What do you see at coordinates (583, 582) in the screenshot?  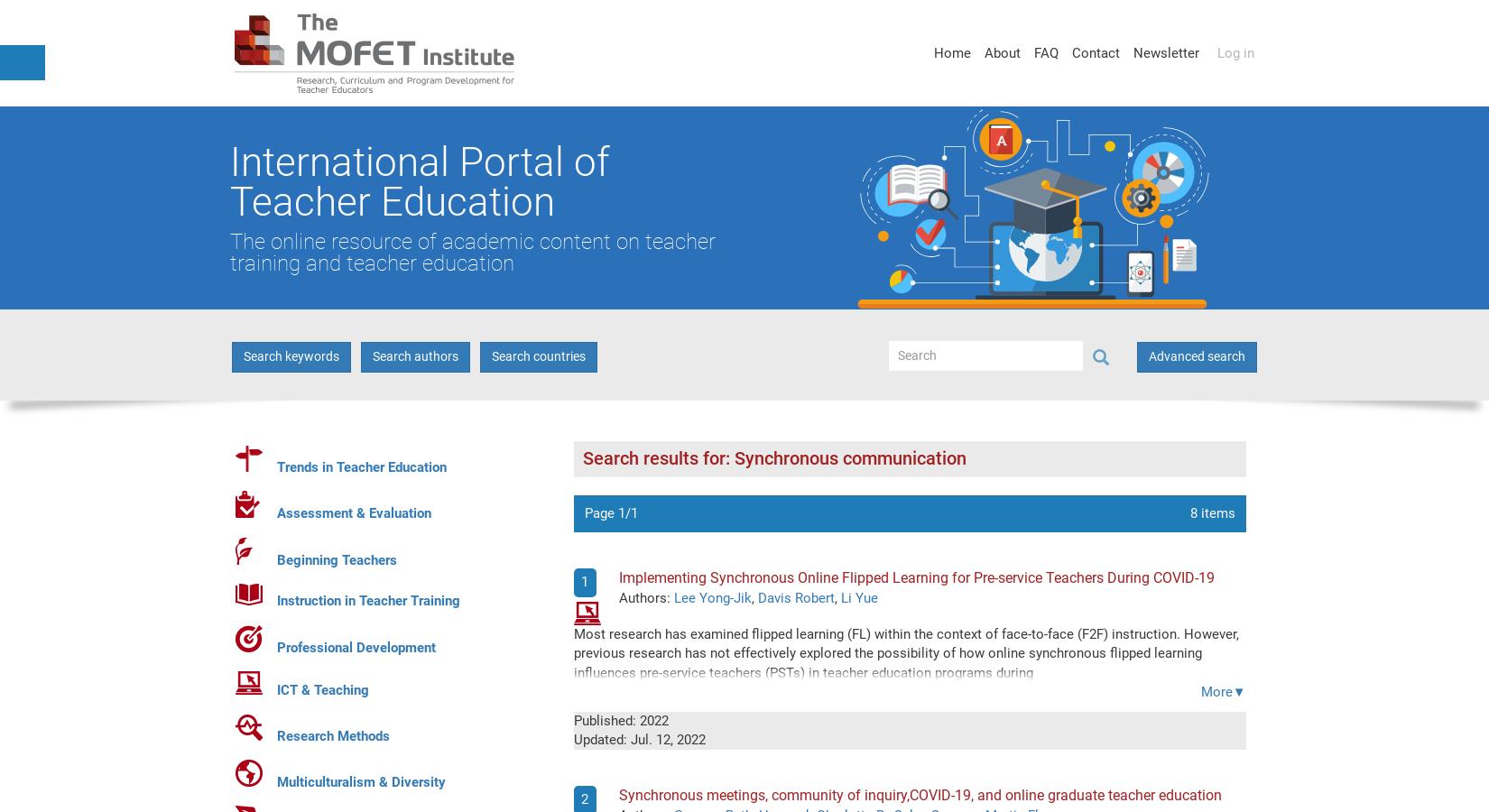 I see `'1'` at bounding box center [583, 582].